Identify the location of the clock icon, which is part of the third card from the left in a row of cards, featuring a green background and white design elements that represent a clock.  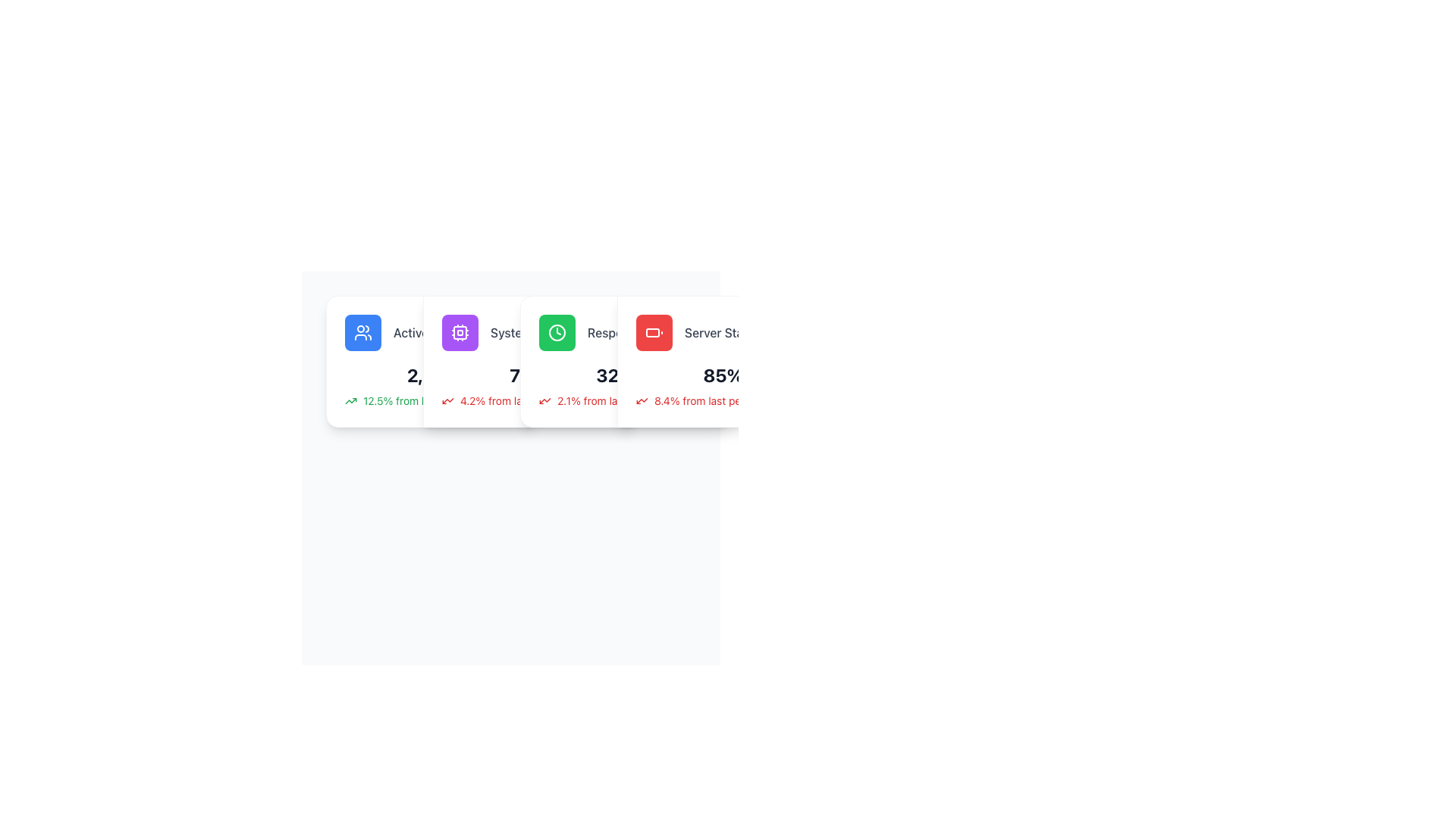
(556, 332).